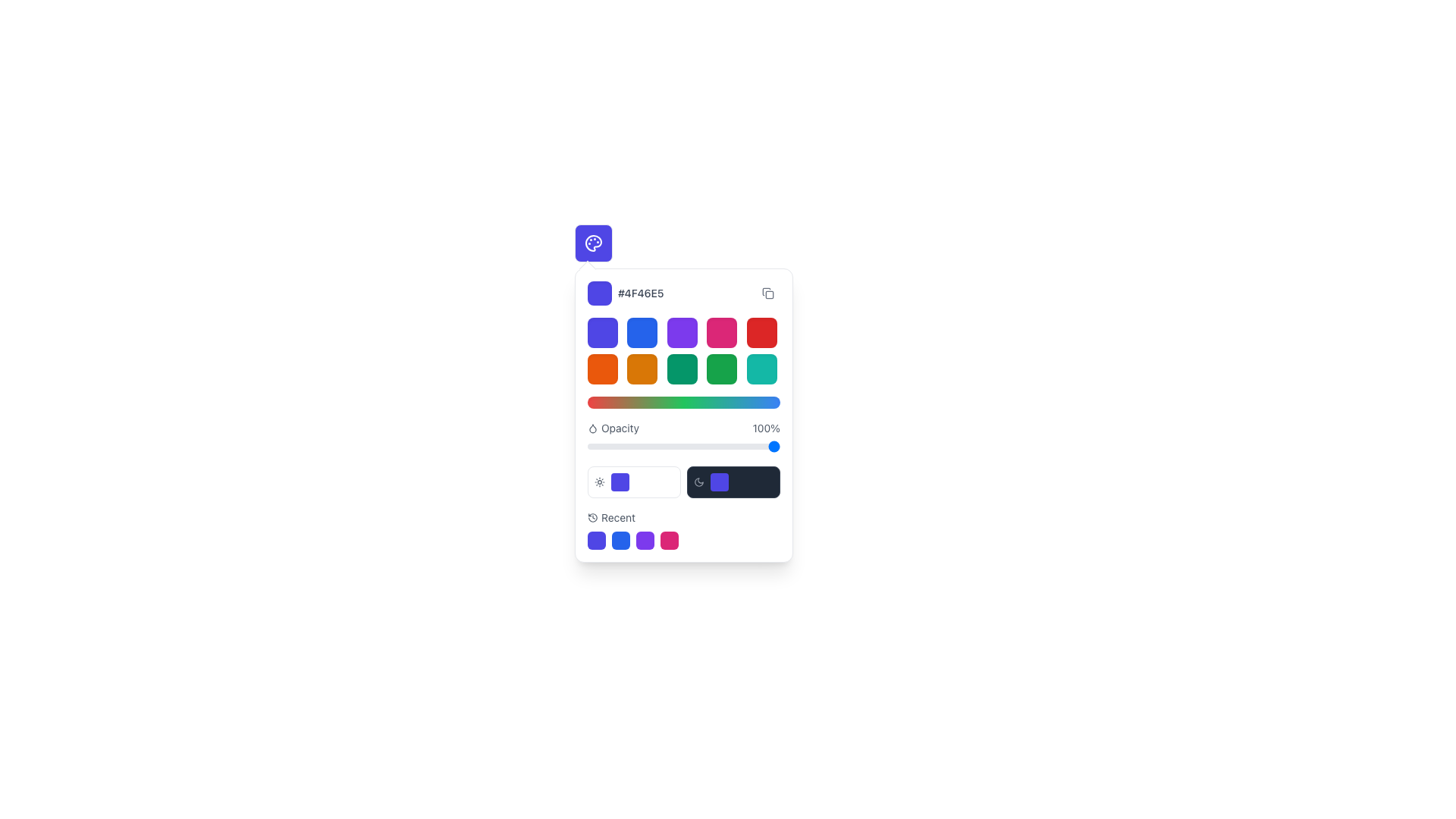  What do you see at coordinates (626, 293) in the screenshot?
I see `the color swatch element displaying the color code '#4F46E5'` at bounding box center [626, 293].